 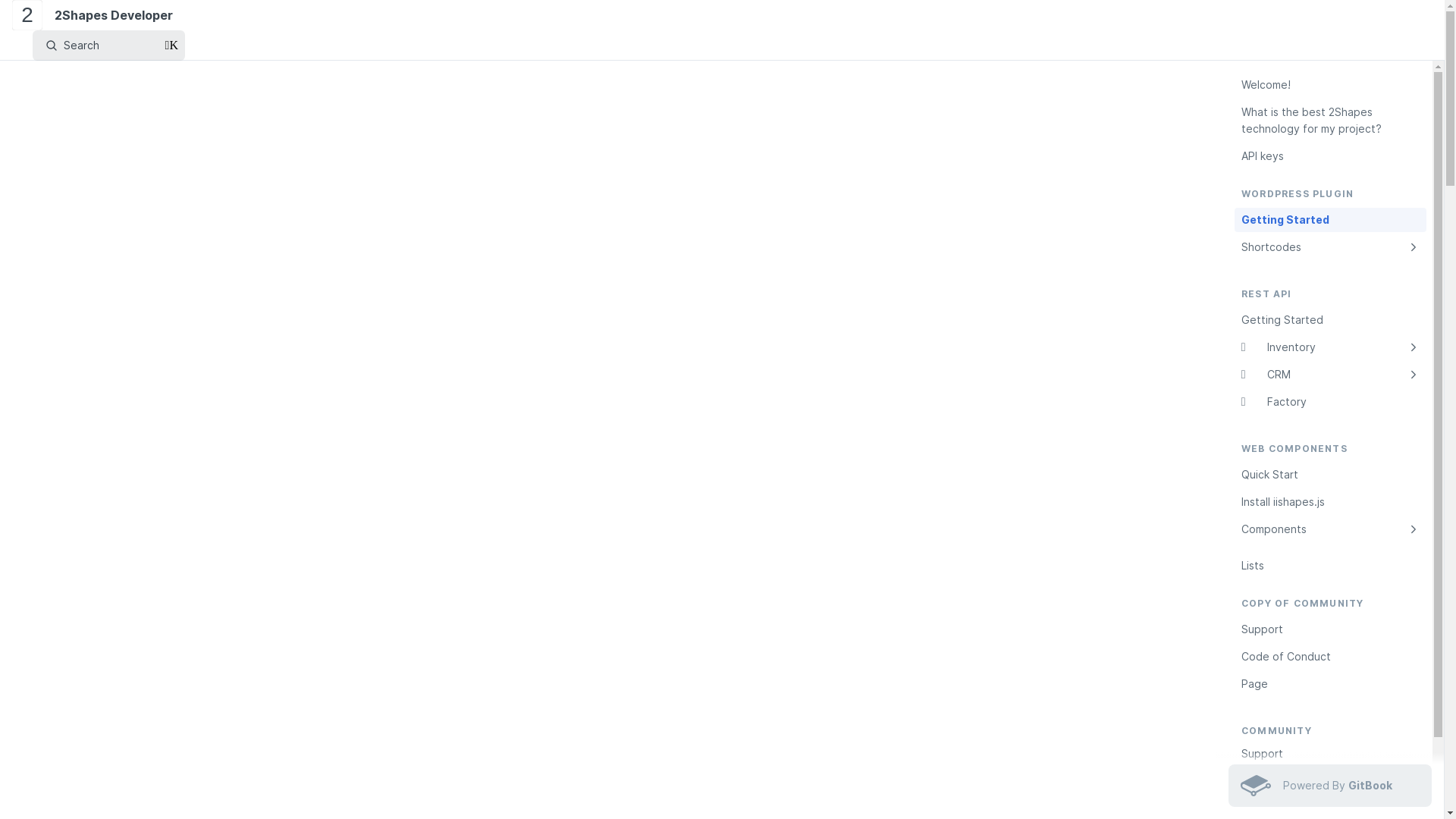 What do you see at coordinates (1329, 780) in the screenshot?
I see `'Code of Conduct'` at bounding box center [1329, 780].